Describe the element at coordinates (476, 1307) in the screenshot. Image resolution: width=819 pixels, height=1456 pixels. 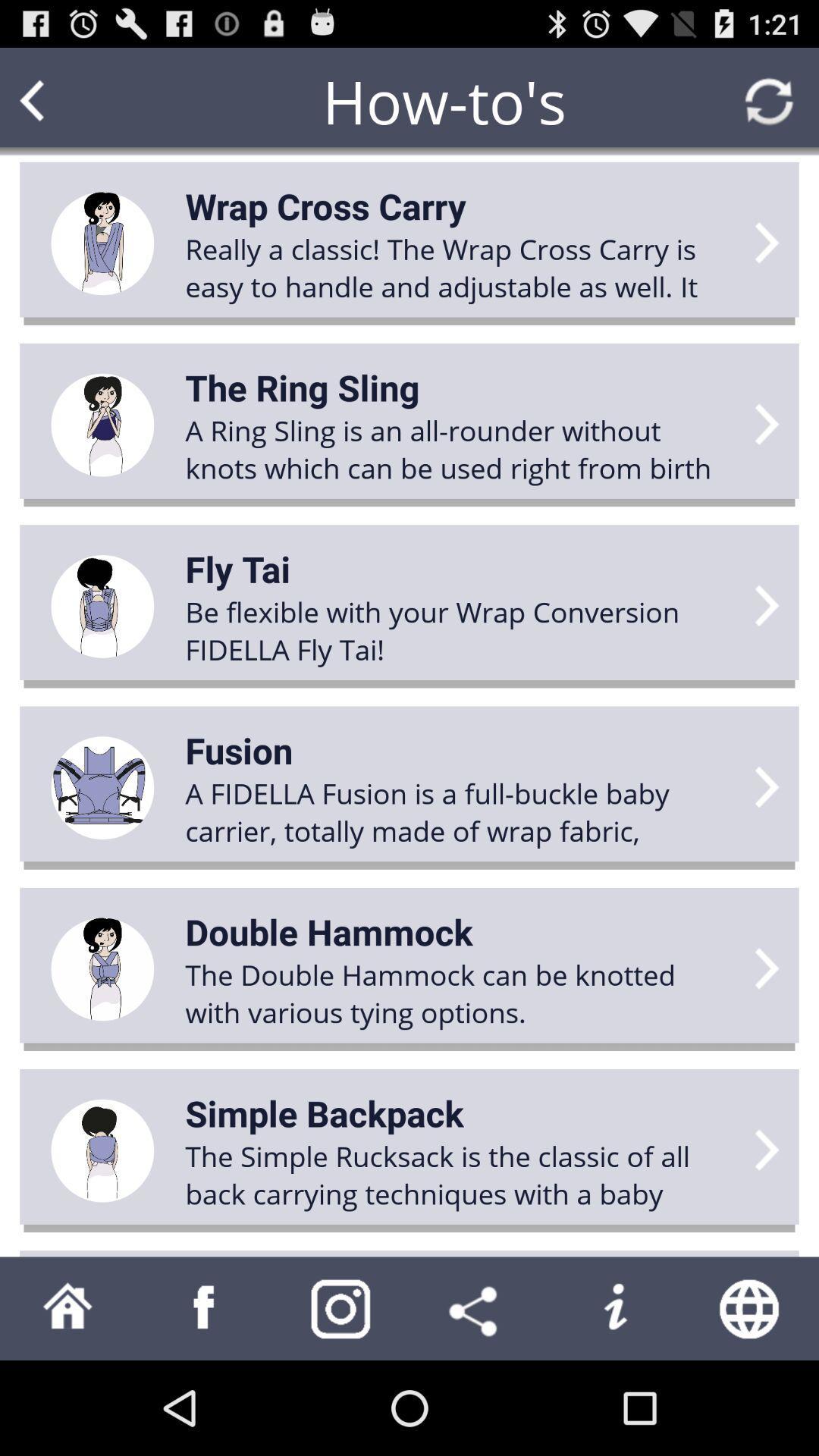
I see `share tutorials` at that location.